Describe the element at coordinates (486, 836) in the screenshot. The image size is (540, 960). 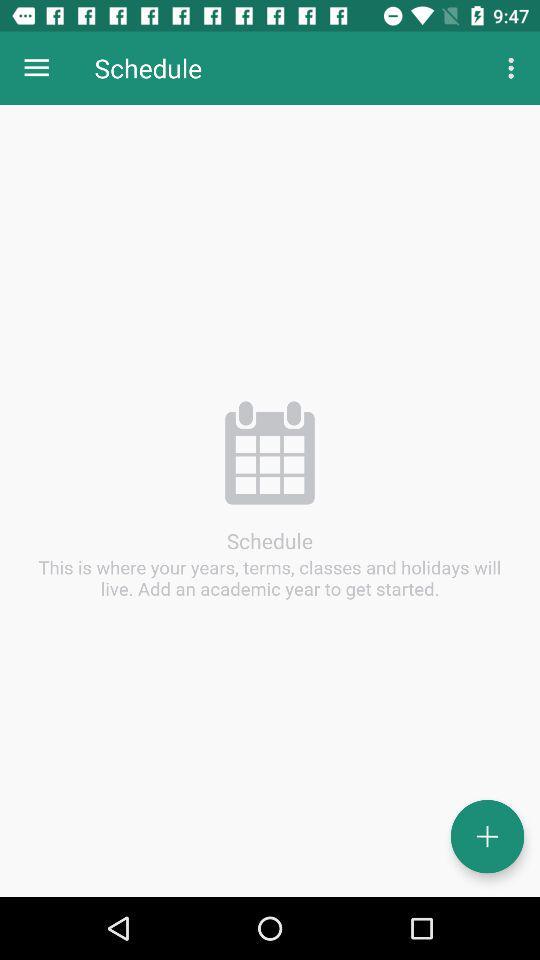
I see `to schedule` at that location.